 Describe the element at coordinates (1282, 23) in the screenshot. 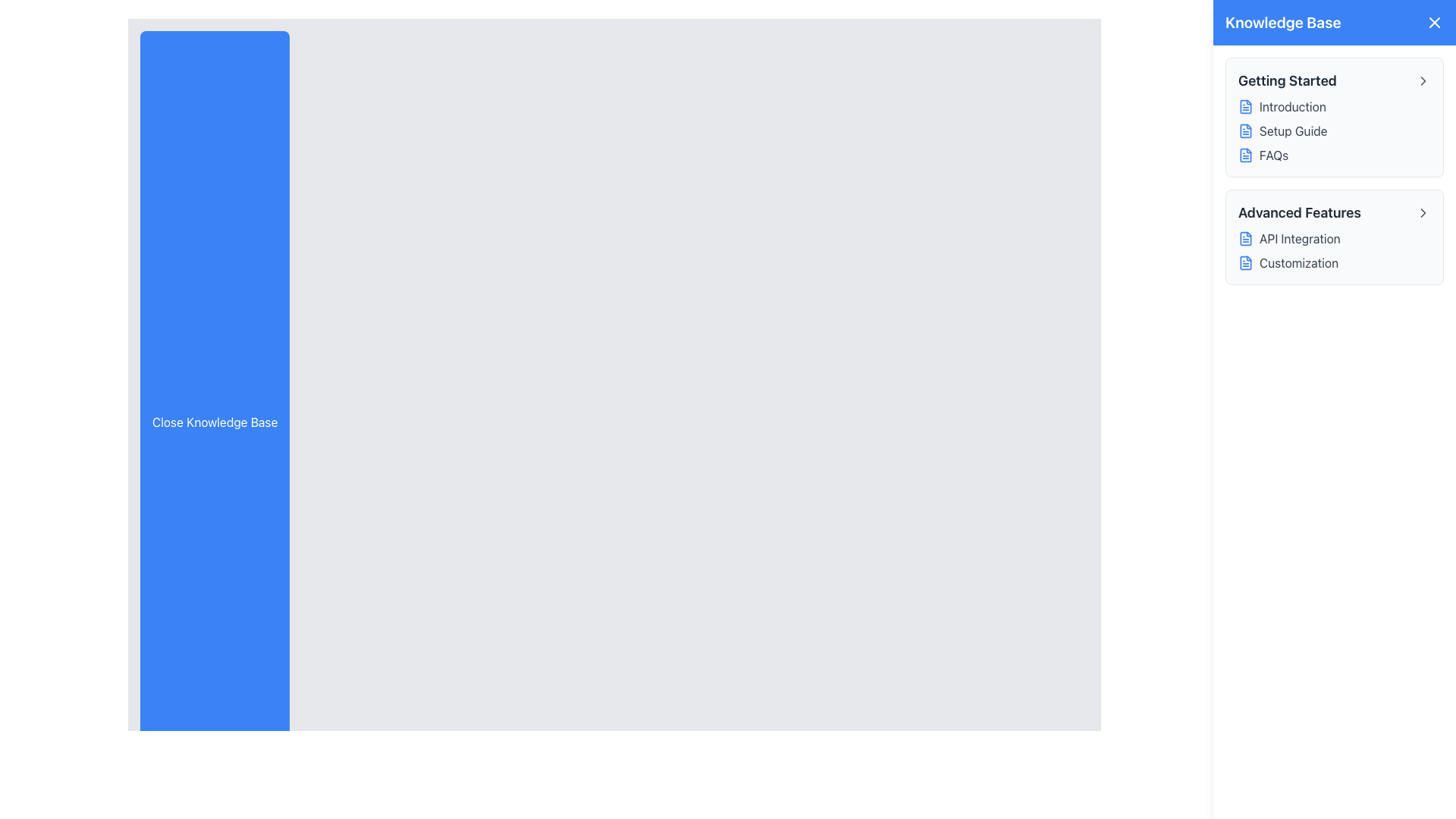

I see `the bold, large-sized static text reading 'Knowledge Base' located in the top-right corner of the blue header bar` at that location.